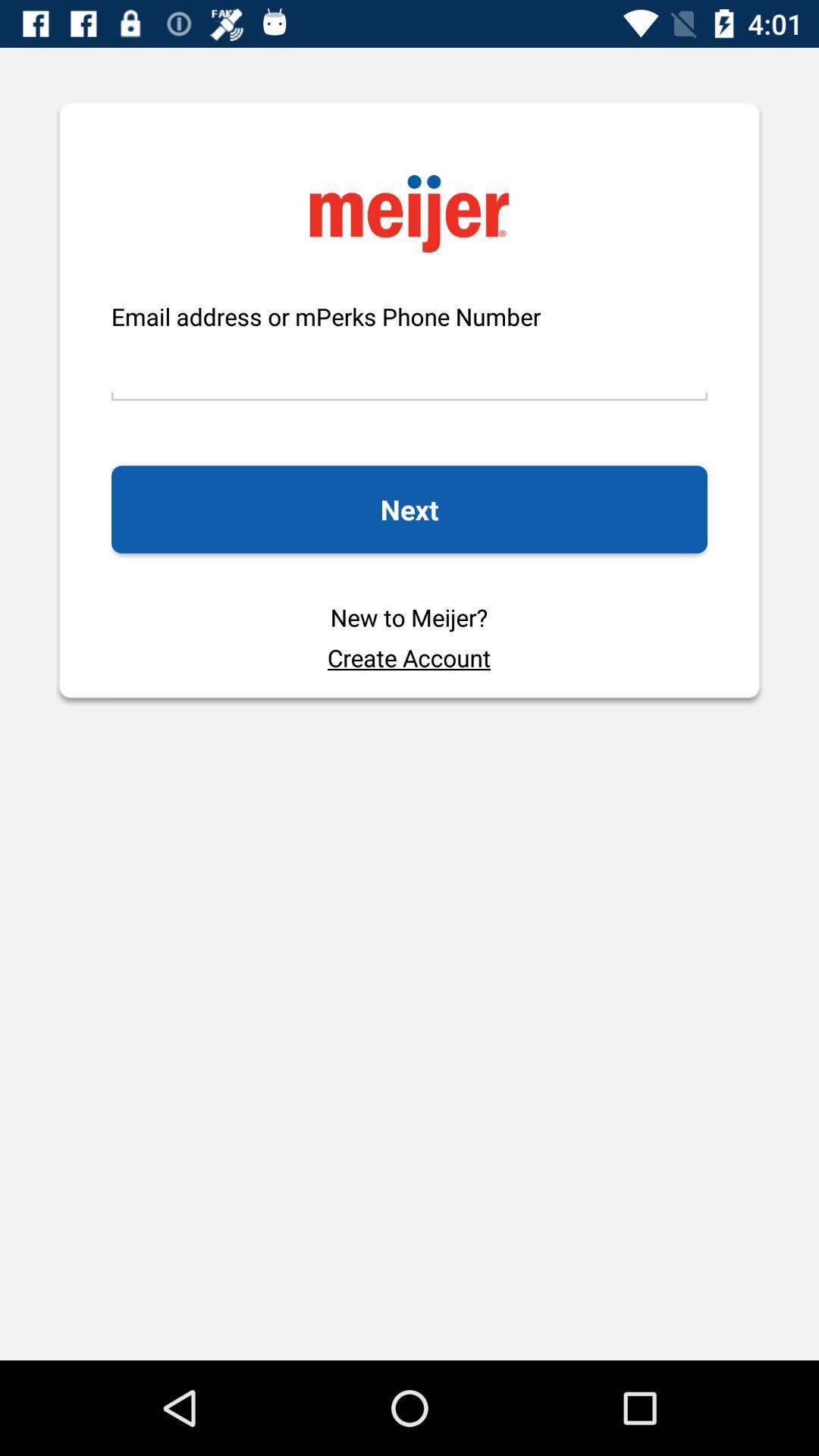  What do you see at coordinates (409, 510) in the screenshot?
I see `the icon above the new to meijer? item` at bounding box center [409, 510].